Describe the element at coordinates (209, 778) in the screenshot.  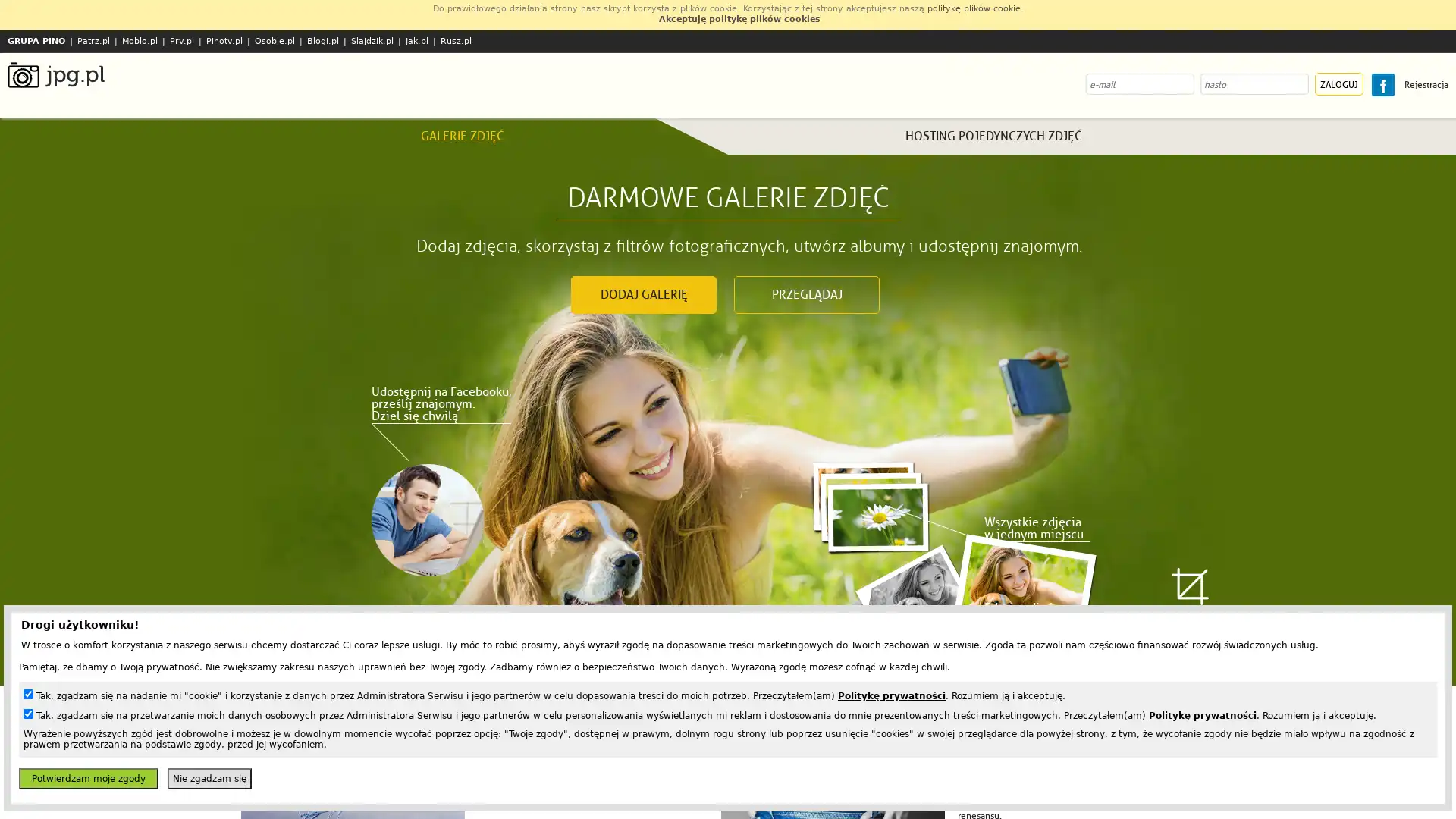
I see `Nie zgadzam sie` at that location.